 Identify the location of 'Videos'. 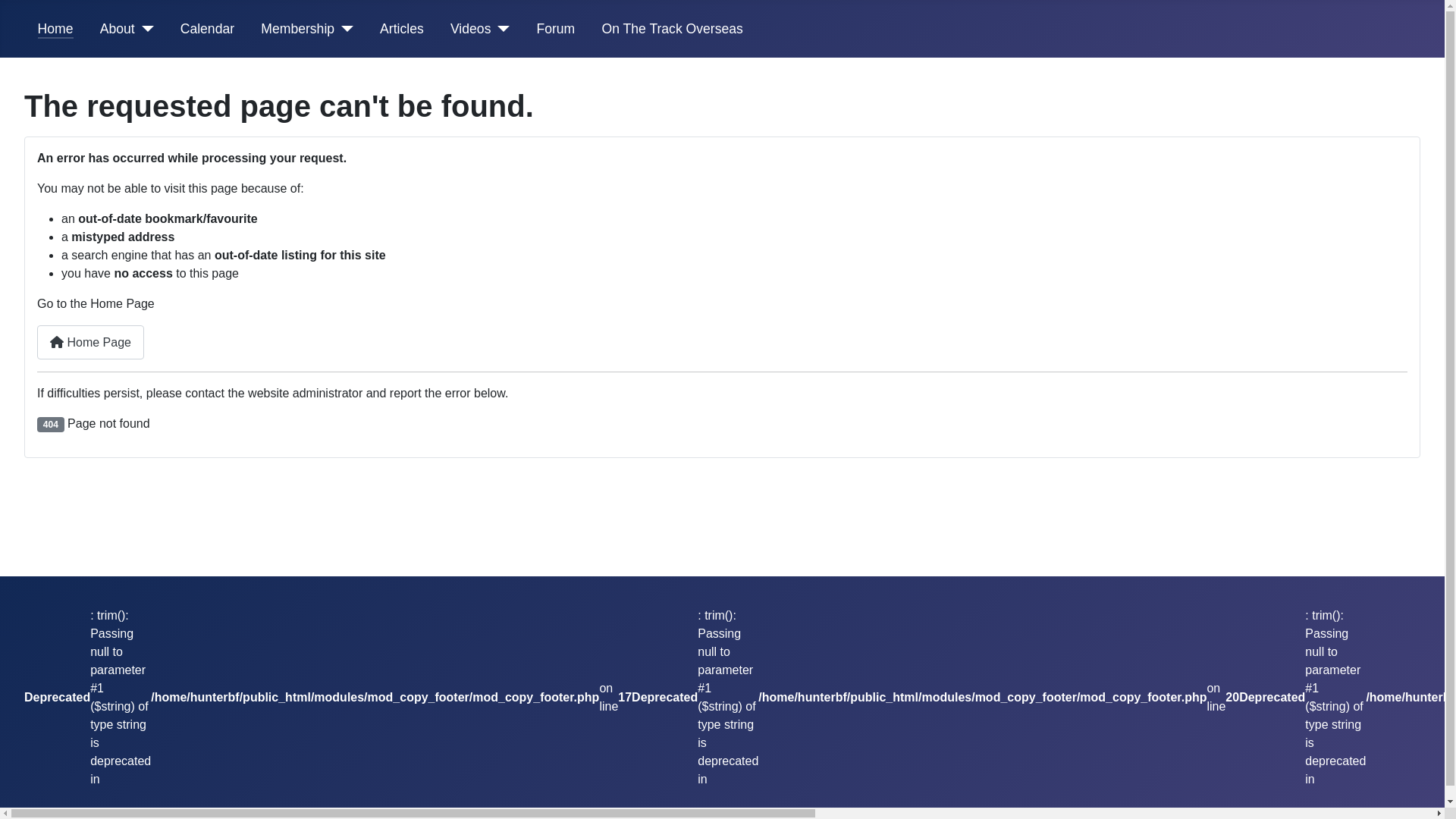
(469, 29).